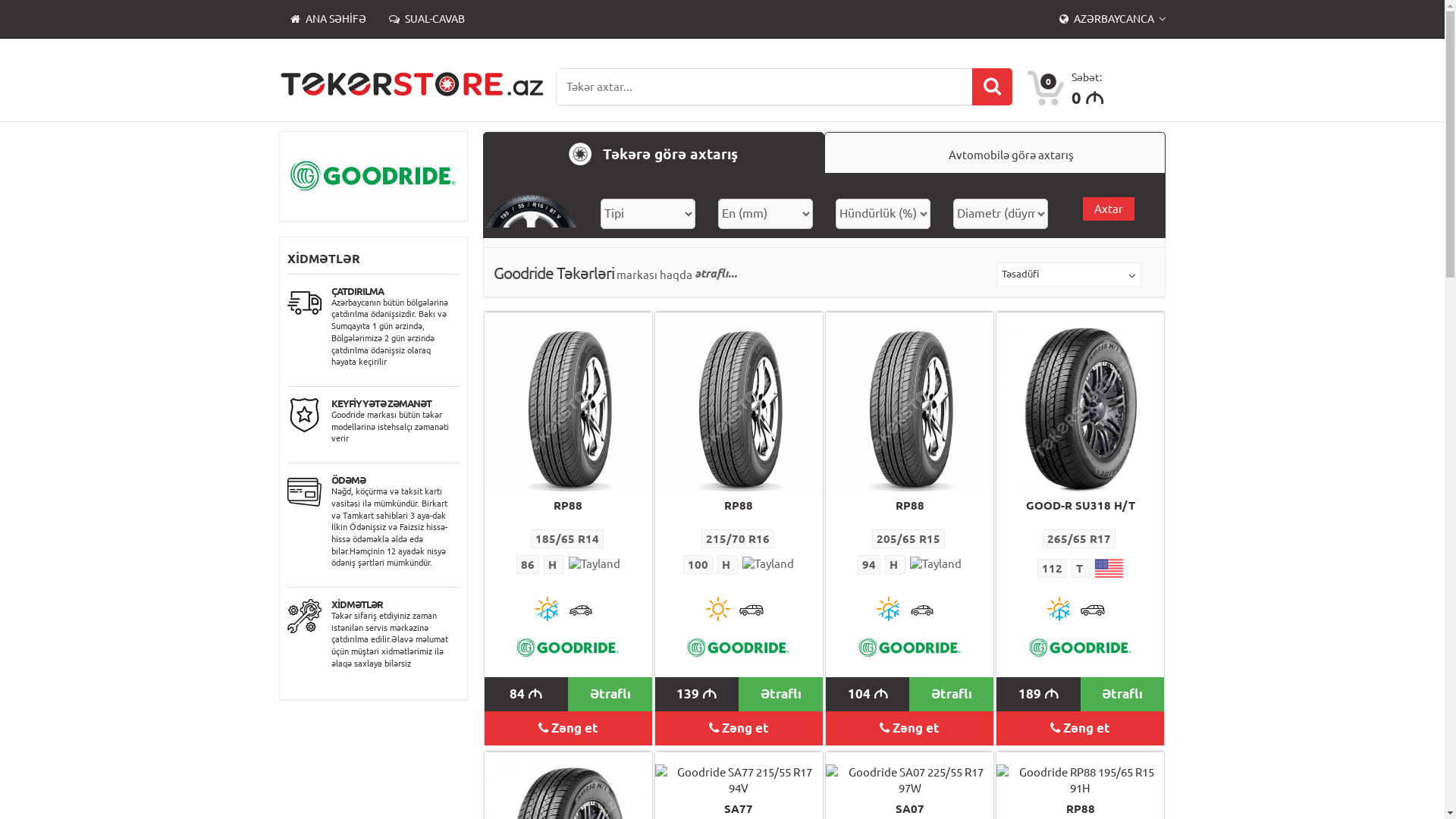 This screenshot has width=1456, height=819. Describe the element at coordinates (996, 780) in the screenshot. I see `'Goodride RP88 195/65 R15 91H'` at that location.